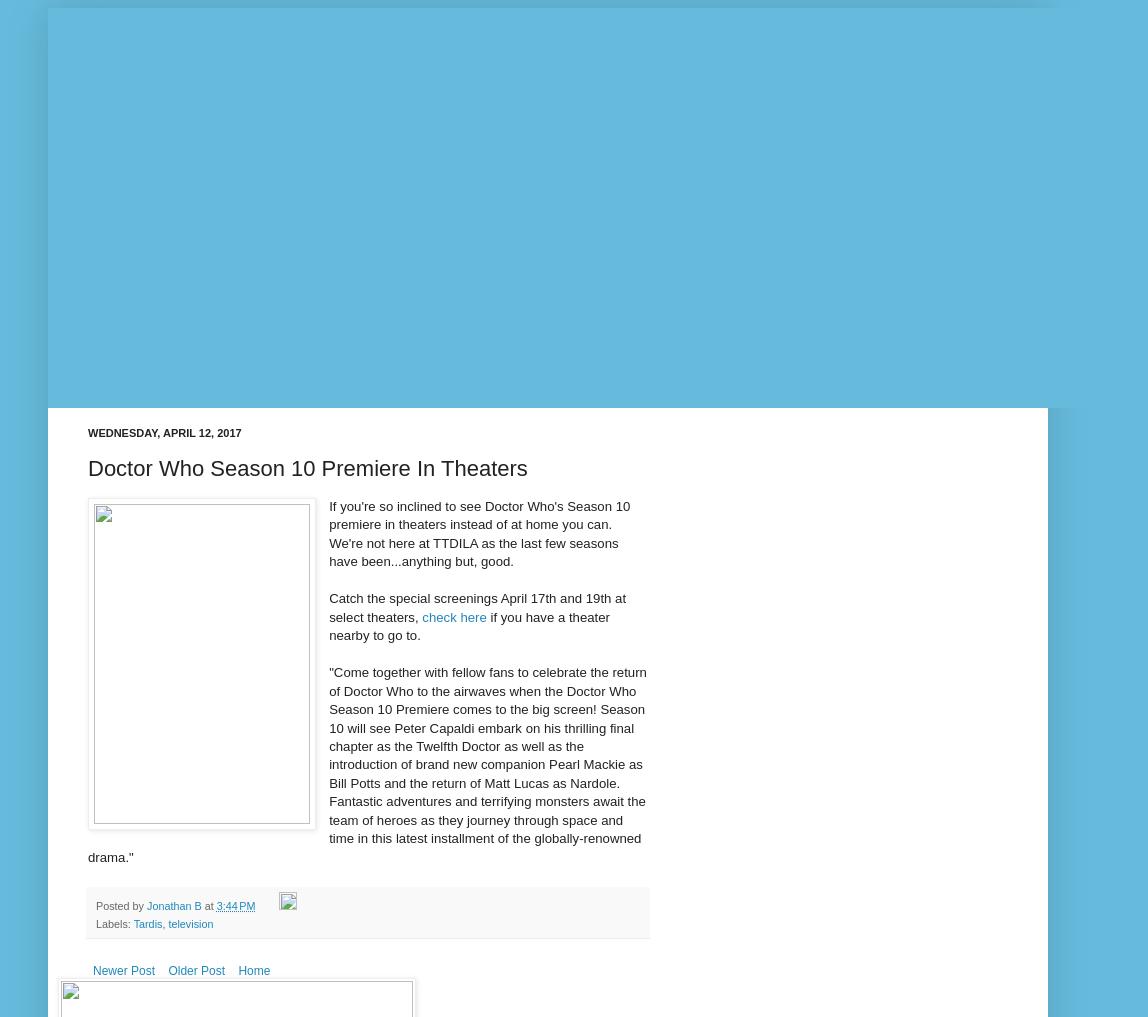 This screenshot has width=1148, height=1017. I want to click on 'Wednesday, April 12, 2017', so click(164, 433).